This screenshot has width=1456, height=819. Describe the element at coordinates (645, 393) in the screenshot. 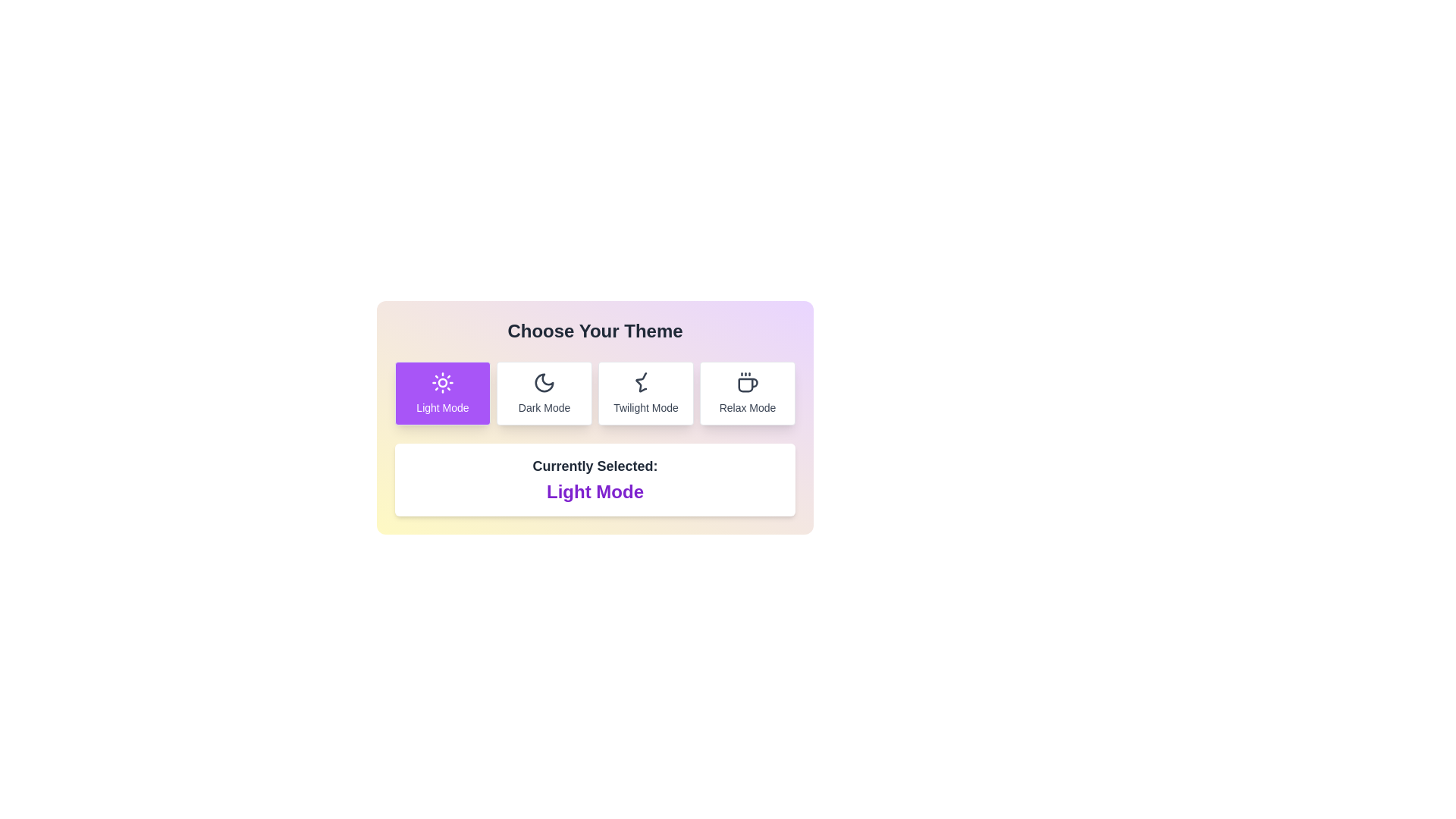

I see `the theme button corresponding to Twilight Mode` at that location.